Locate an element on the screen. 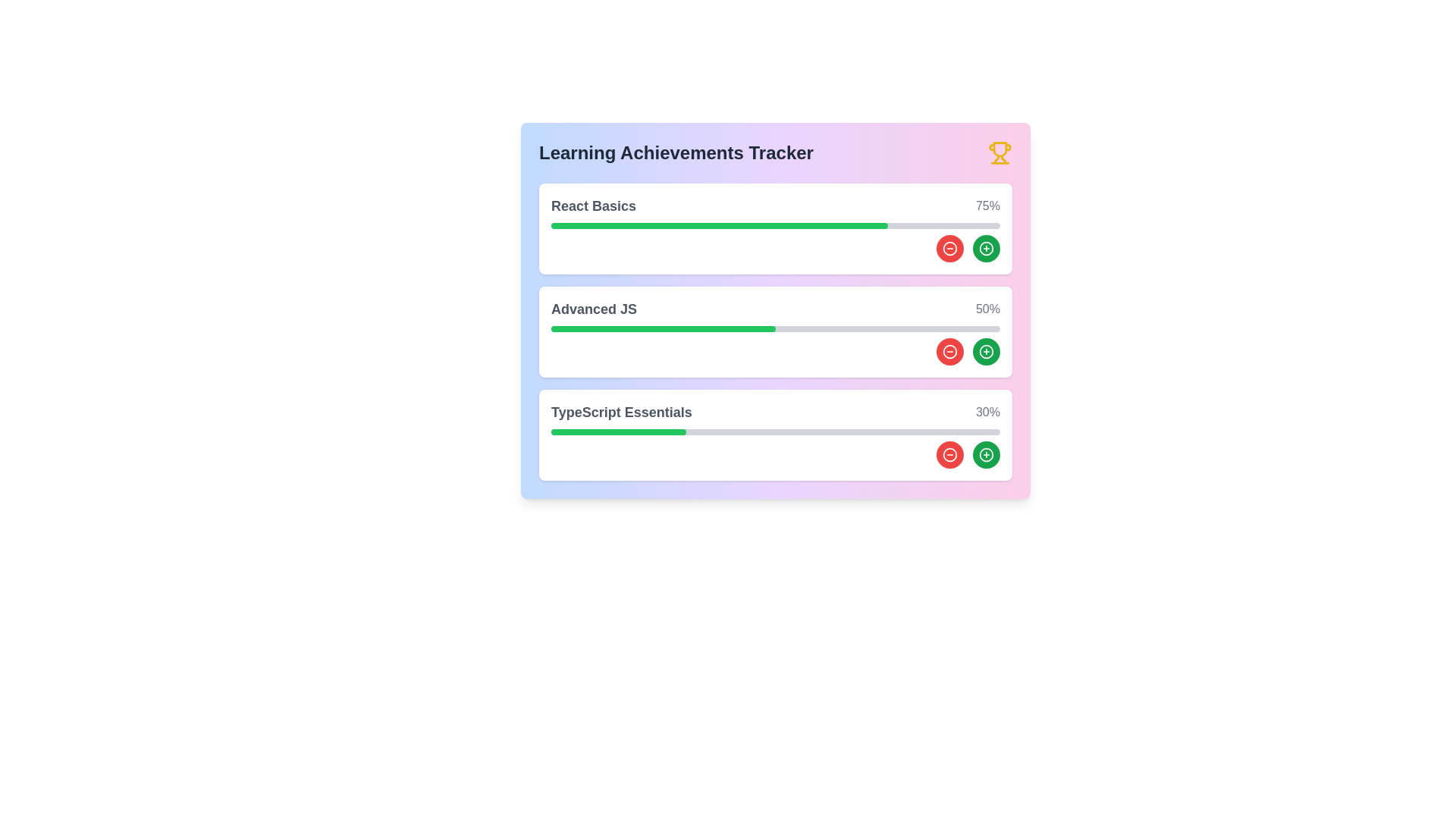 The width and height of the screenshot is (1456, 819). the button located on the far right side of the second progress bar labeled 'Advanced JS', adjacent to the progress label '50%' is located at coordinates (986, 351).